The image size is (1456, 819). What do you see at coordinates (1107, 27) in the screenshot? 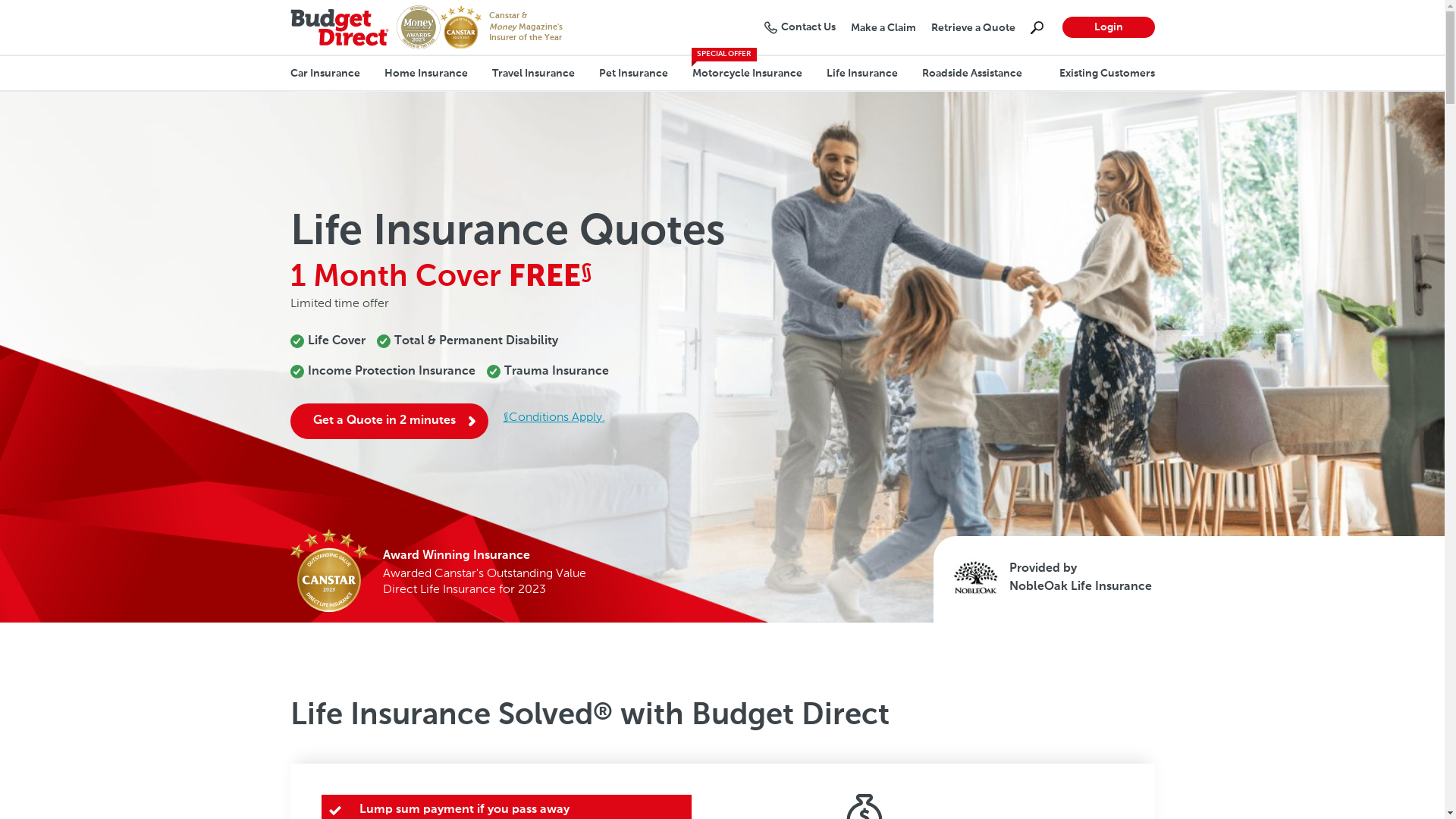
I see `'Login'` at bounding box center [1107, 27].